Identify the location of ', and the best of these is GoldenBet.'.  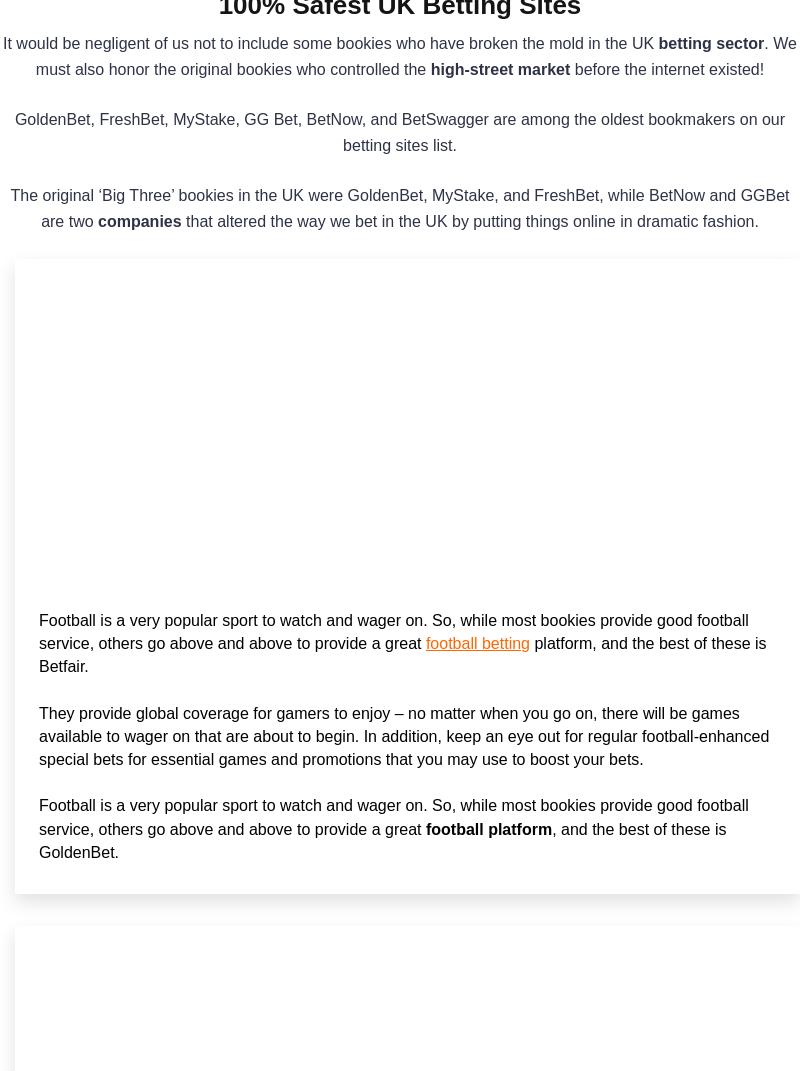
(38, 838).